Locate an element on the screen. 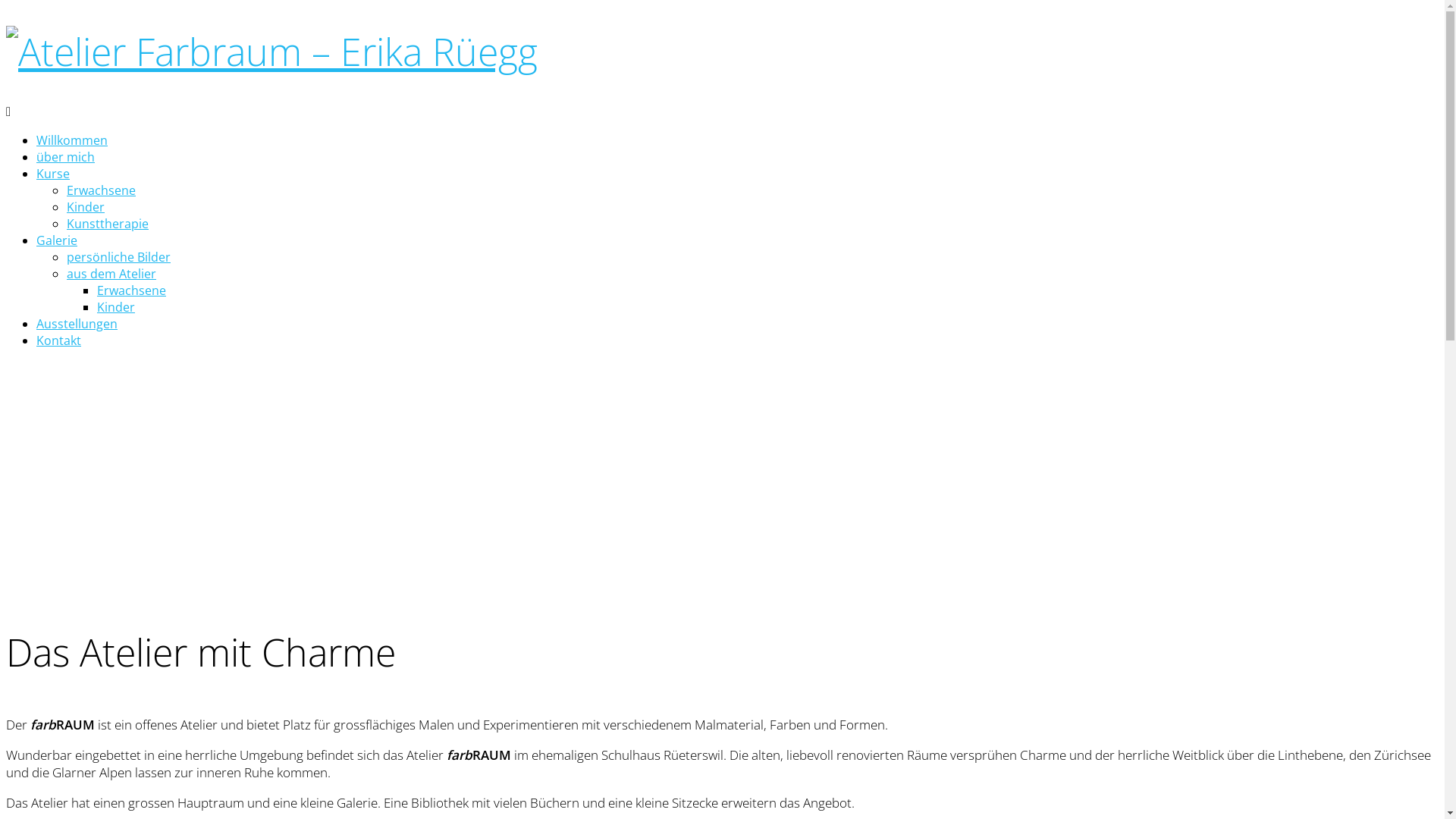 Image resolution: width=1456 pixels, height=819 pixels. 'Willkommen' is located at coordinates (71, 140).